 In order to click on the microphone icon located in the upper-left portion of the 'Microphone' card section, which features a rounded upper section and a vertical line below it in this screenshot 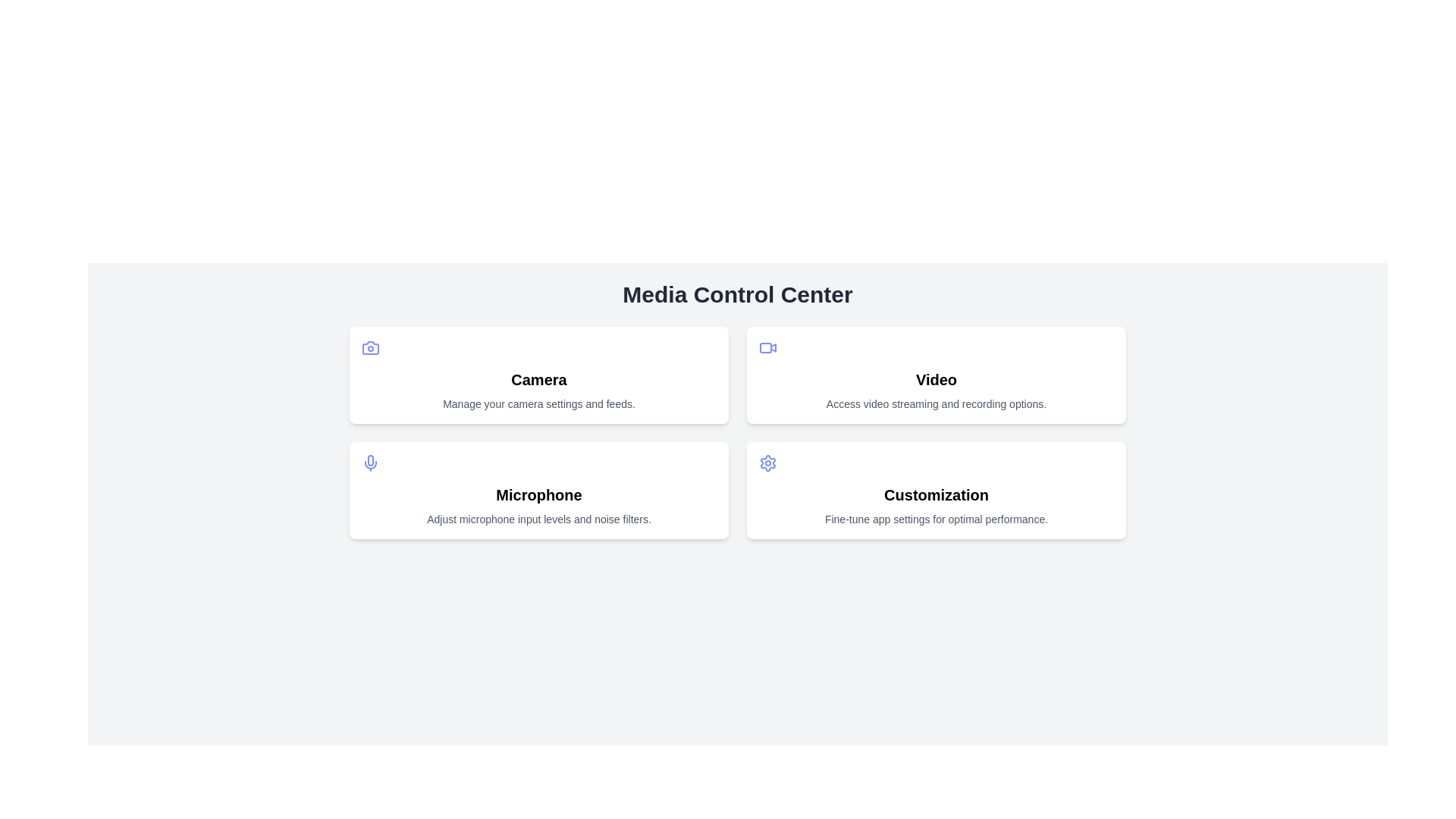, I will do `click(371, 462)`.